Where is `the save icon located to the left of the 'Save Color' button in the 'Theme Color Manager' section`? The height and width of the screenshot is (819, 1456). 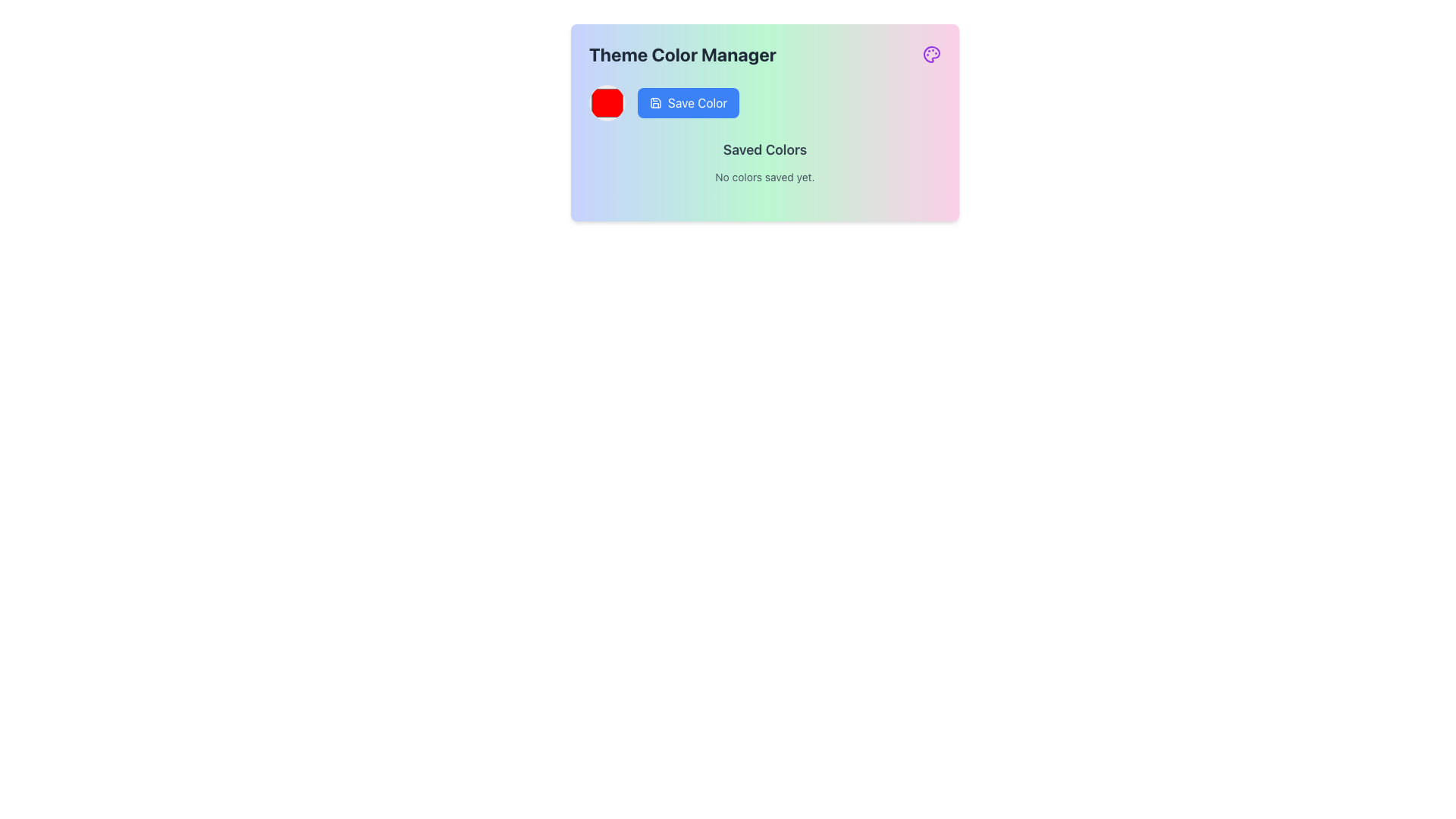
the save icon located to the left of the 'Save Color' button in the 'Theme Color Manager' section is located at coordinates (655, 102).